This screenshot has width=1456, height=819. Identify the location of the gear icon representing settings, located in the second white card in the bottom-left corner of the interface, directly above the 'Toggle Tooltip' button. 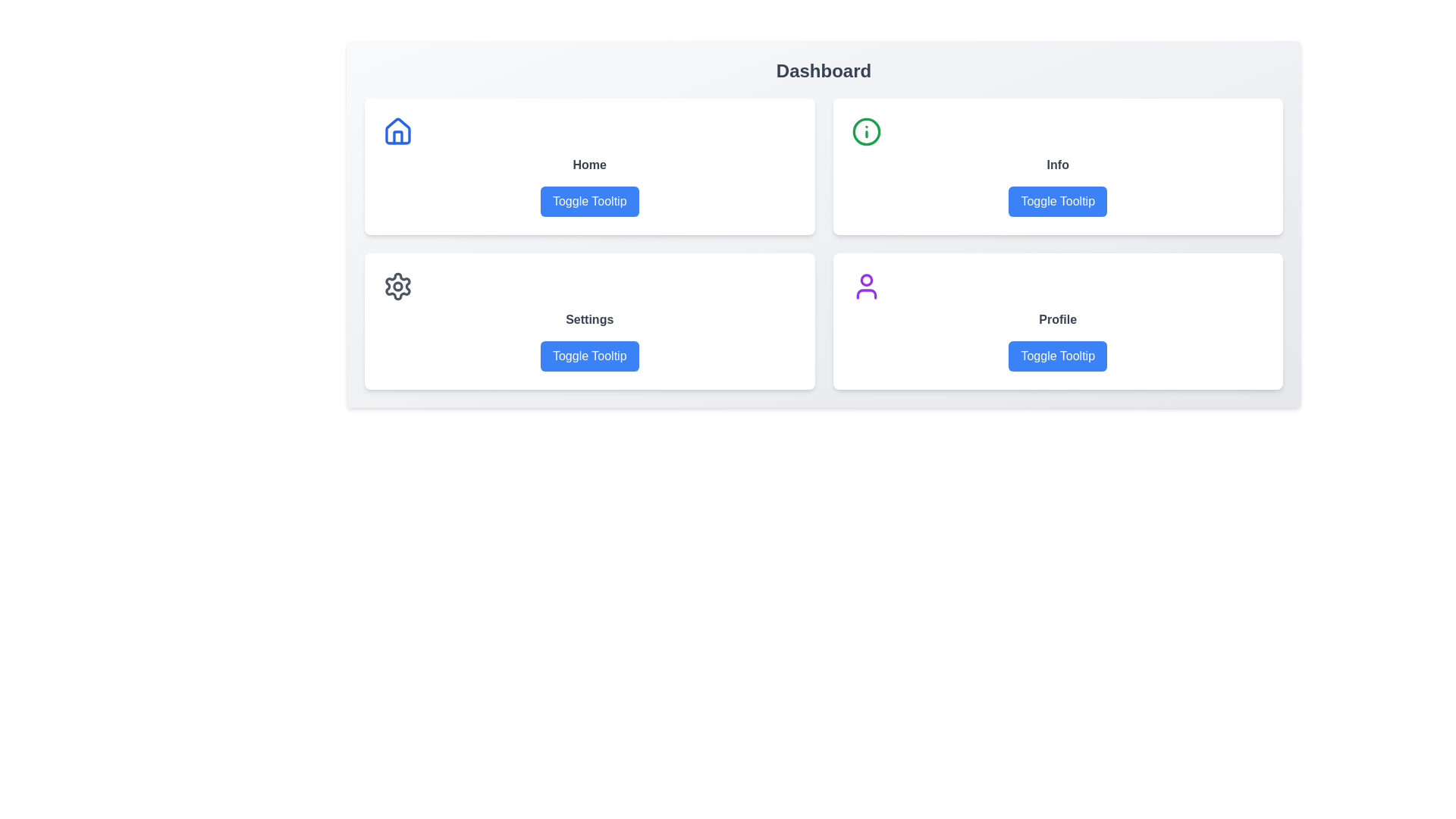
(397, 287).